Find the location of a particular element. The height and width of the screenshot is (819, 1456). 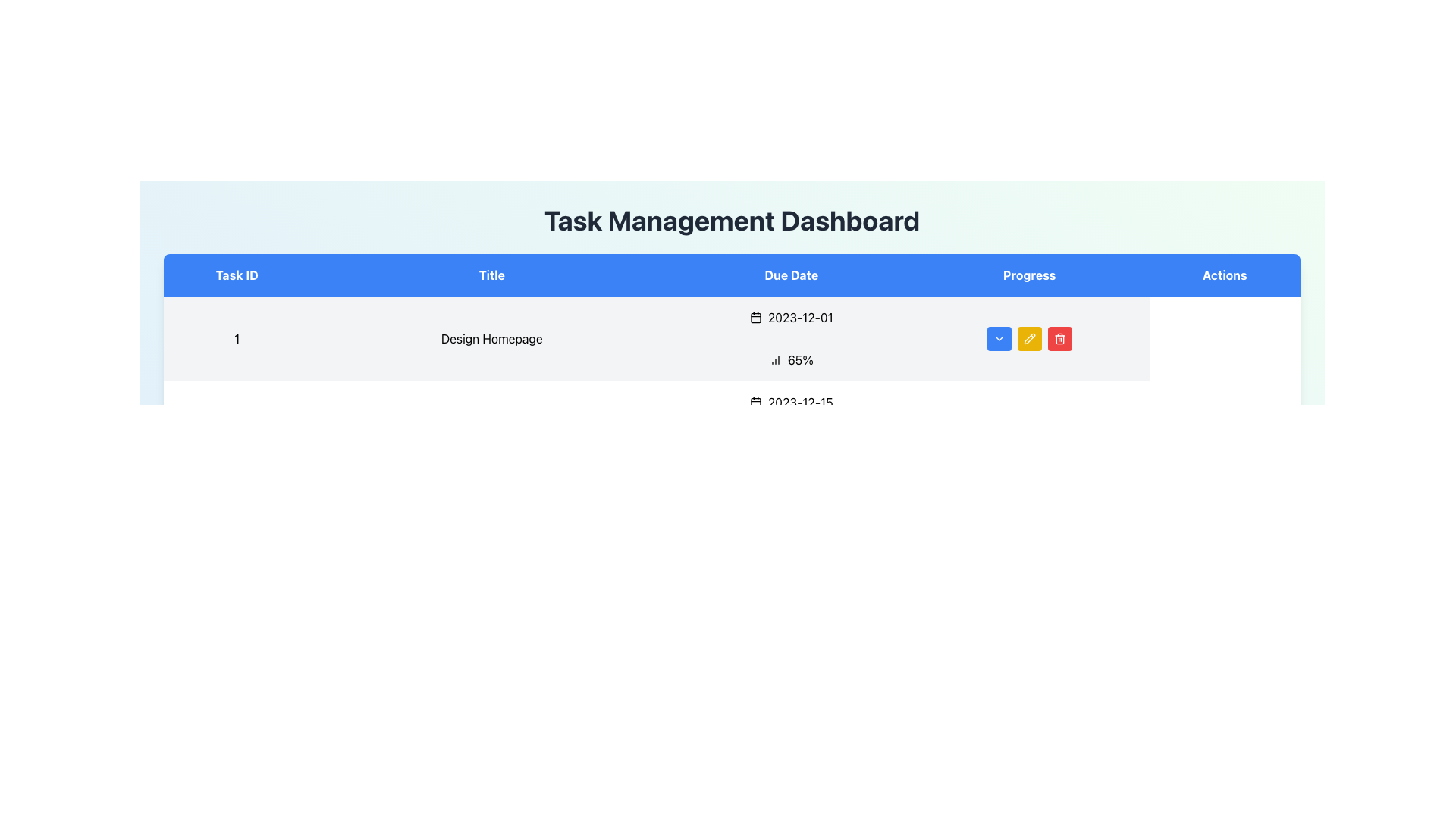

the first column header cell of the table, which indicates task identifiers is located at coordinates (236, 275).